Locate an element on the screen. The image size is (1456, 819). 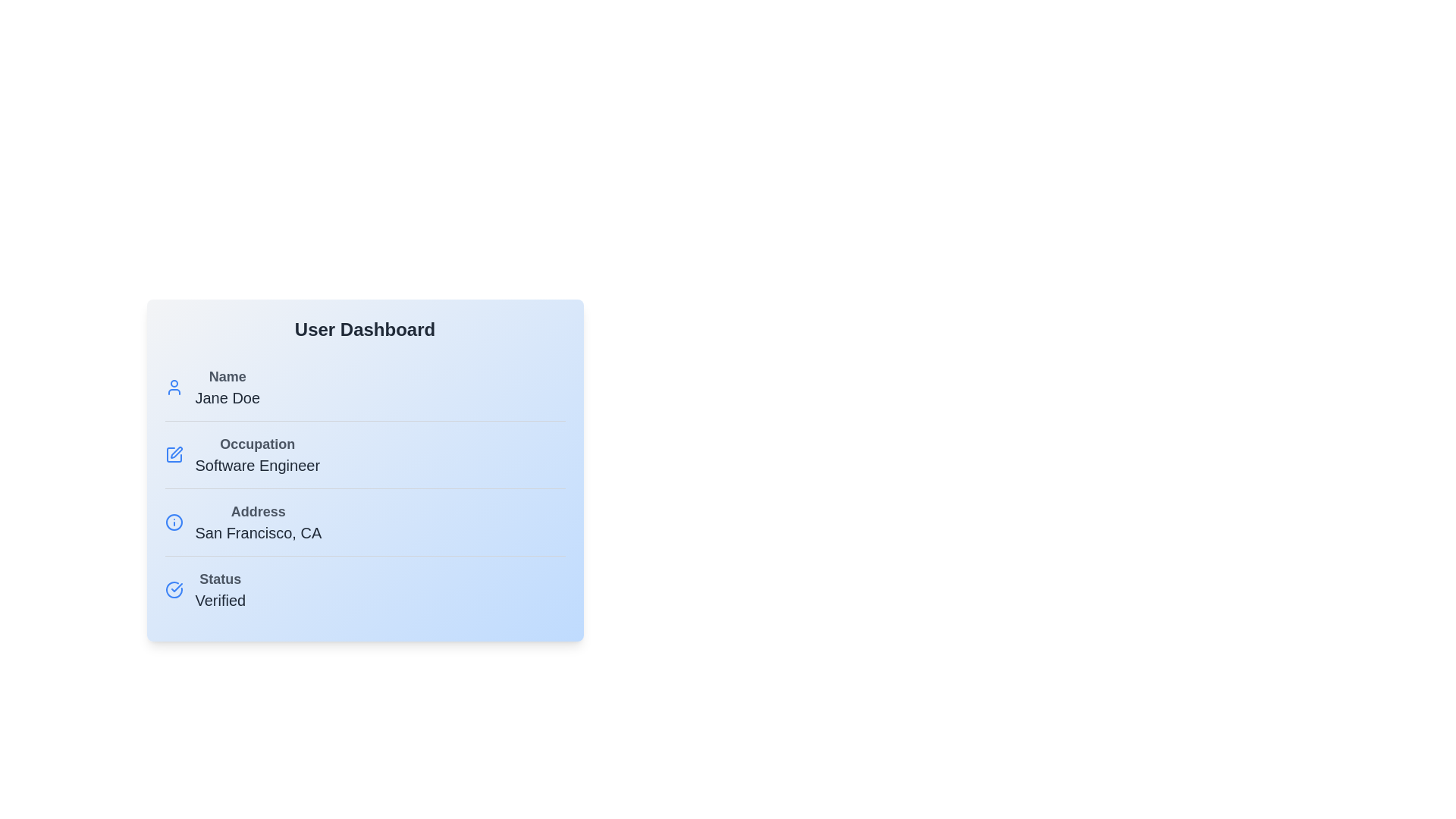
the user profile icon that visually represents 'Name' and 'Jane Doe', located to the far left of the text and aligned vertically with it is located at coordinates (174, 386).